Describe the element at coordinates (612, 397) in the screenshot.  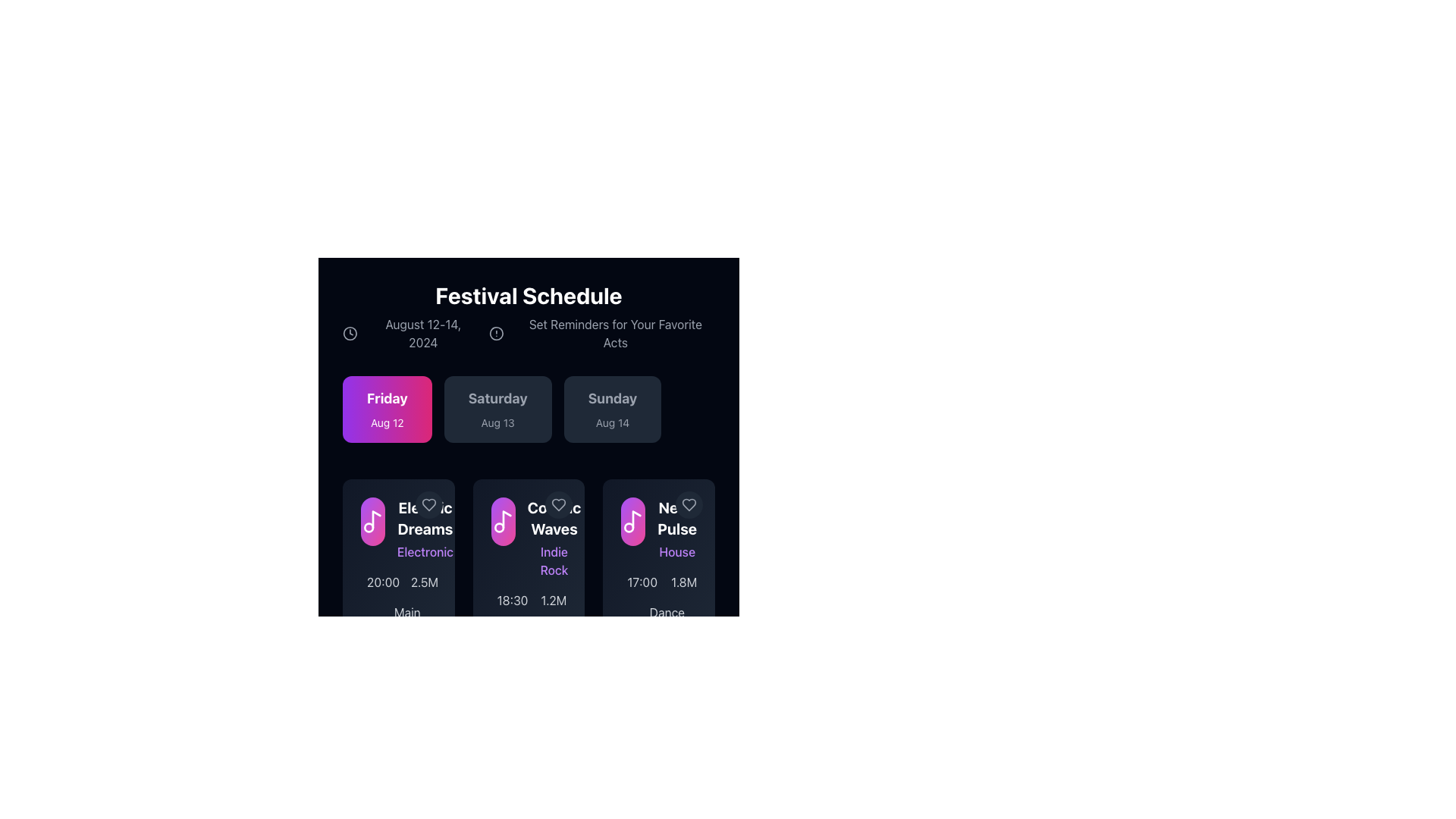
I see `the text label indicating 'Sunday' in the date selection interface, which is the third box in a row of three boxes aligned horizontally with 'Friday' and 'Saturday'` at that location.